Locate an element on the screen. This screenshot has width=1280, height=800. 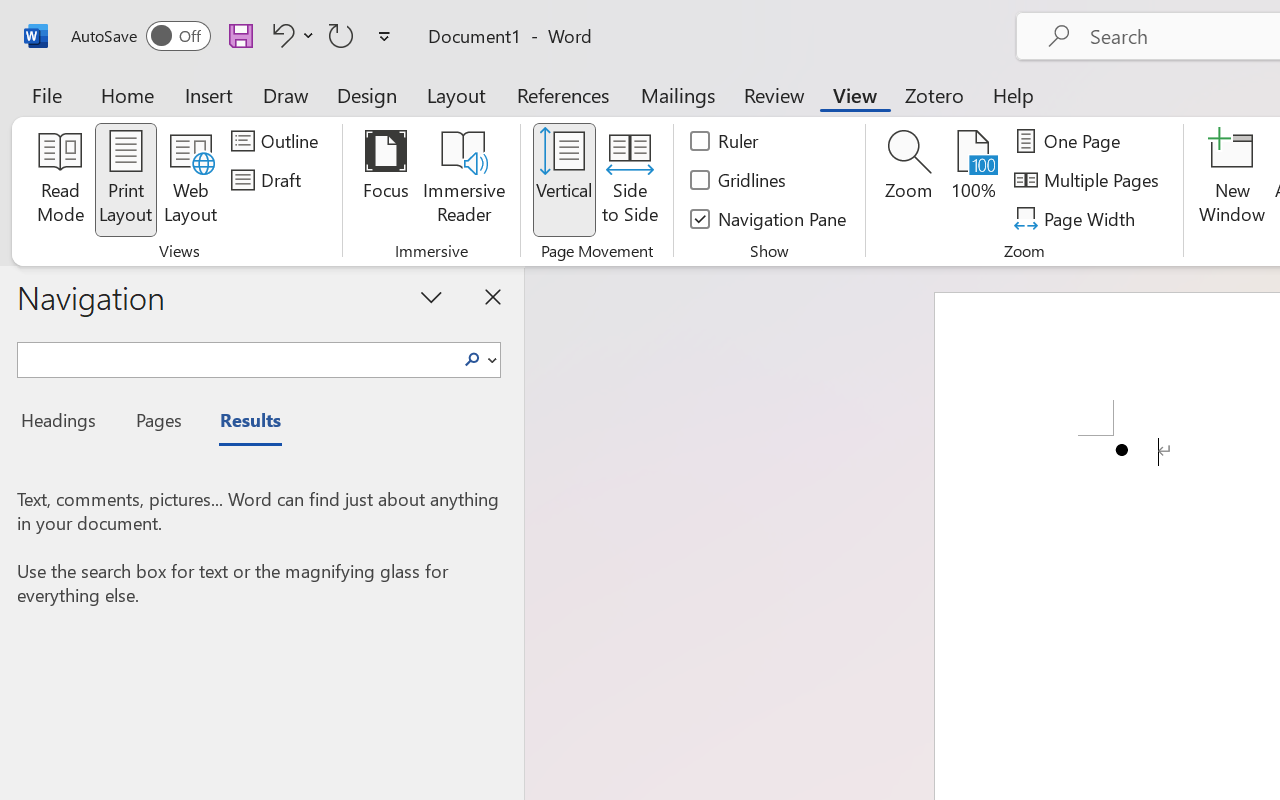
'Immersive Reader' is located at coordinates (463, 179).